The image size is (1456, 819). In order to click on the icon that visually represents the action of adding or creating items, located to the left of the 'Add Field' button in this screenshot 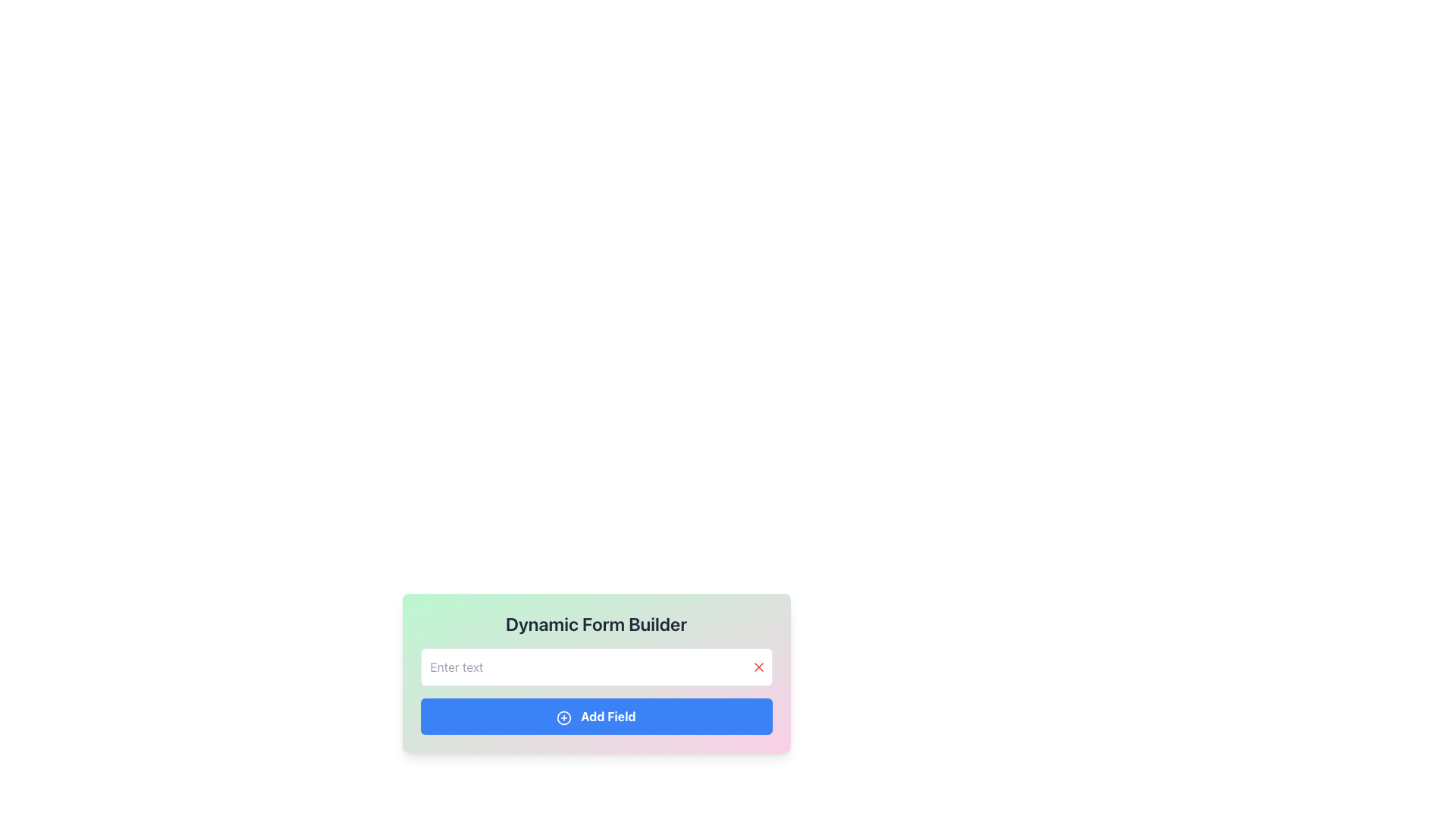, I will do `click(563, 717)`.